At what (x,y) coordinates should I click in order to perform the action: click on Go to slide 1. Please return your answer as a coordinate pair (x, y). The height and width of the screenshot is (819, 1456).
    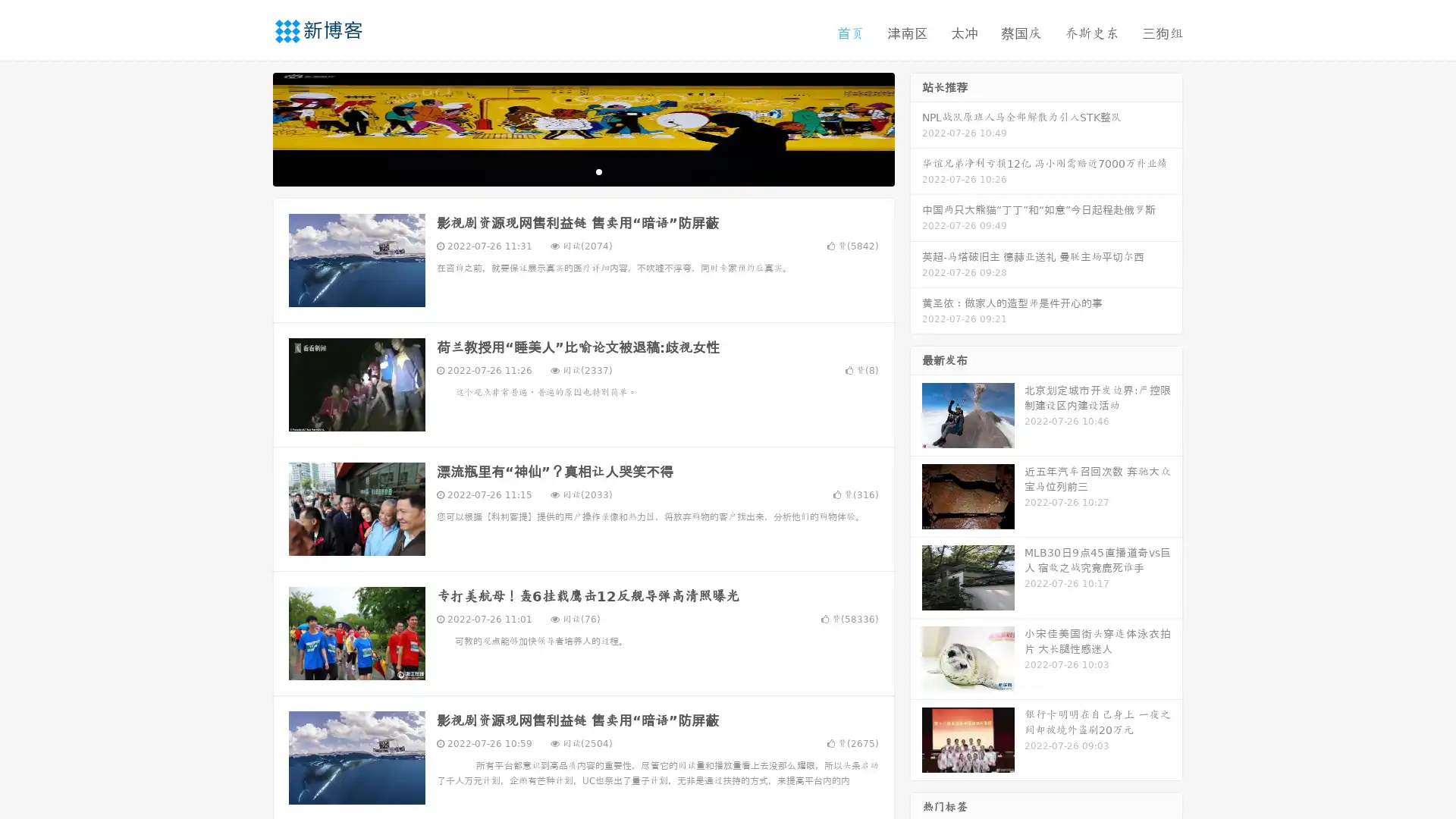
    Looking at the image, I should click on (567, 171).